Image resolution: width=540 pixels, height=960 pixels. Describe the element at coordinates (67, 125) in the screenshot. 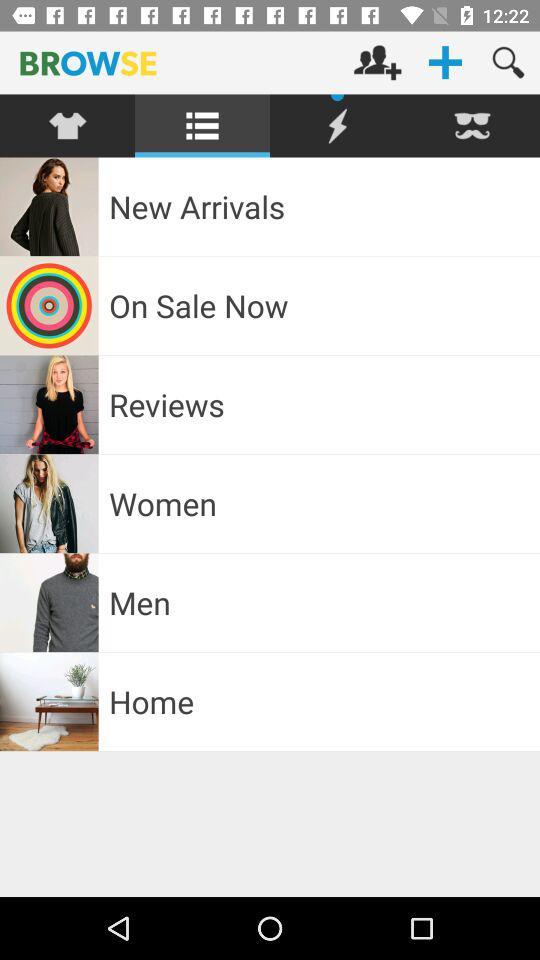

I see `clothing options` at that location.